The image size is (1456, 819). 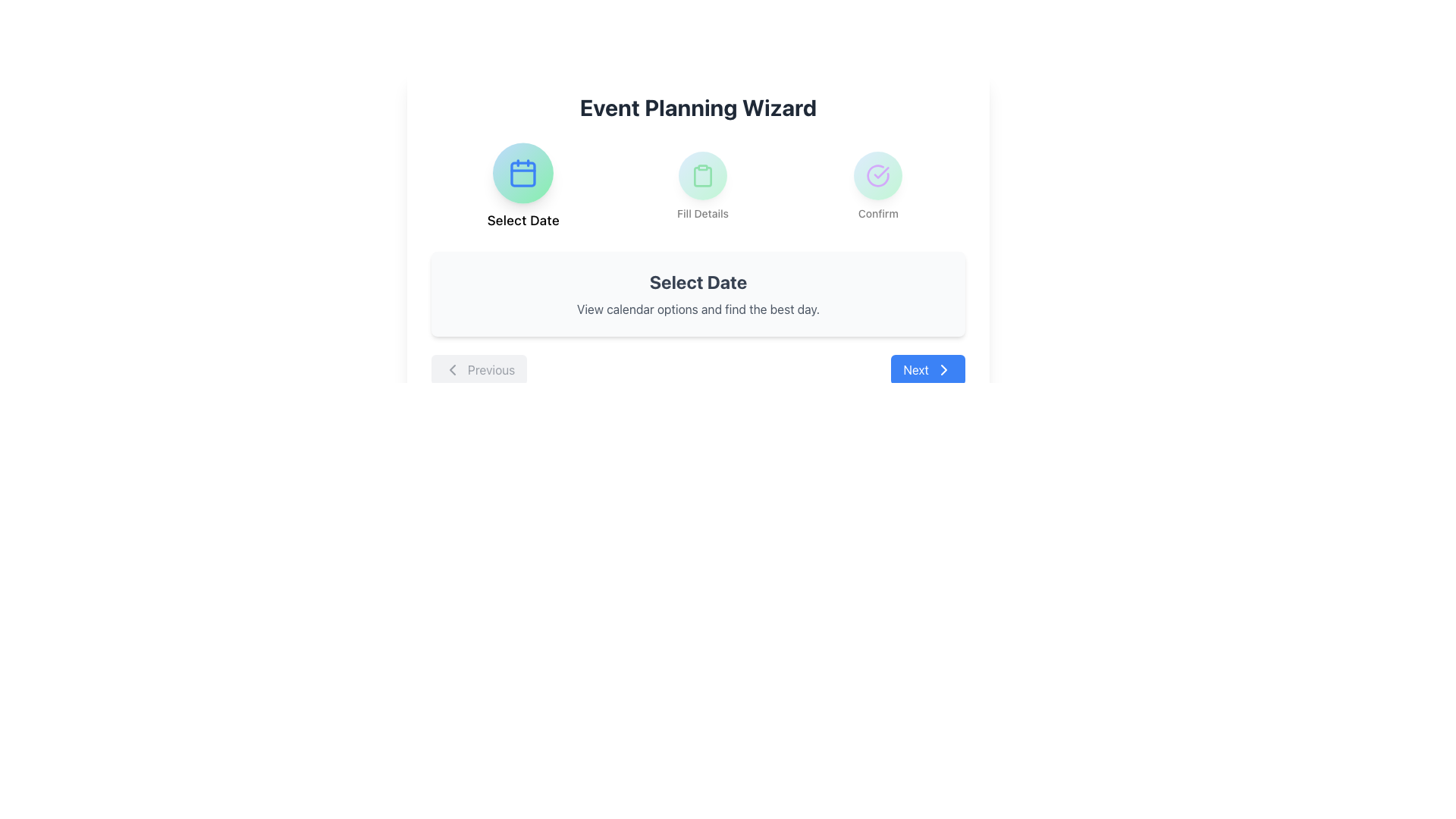 What do you see at coordinates (878, 174) in the screenshot?
I see `the circular UI component with a gradient background and a purple checkmark icon, located in the top-right section under 'Event Planning Wizard', labeled 'Confirm'` at bounding box center [878, 174].